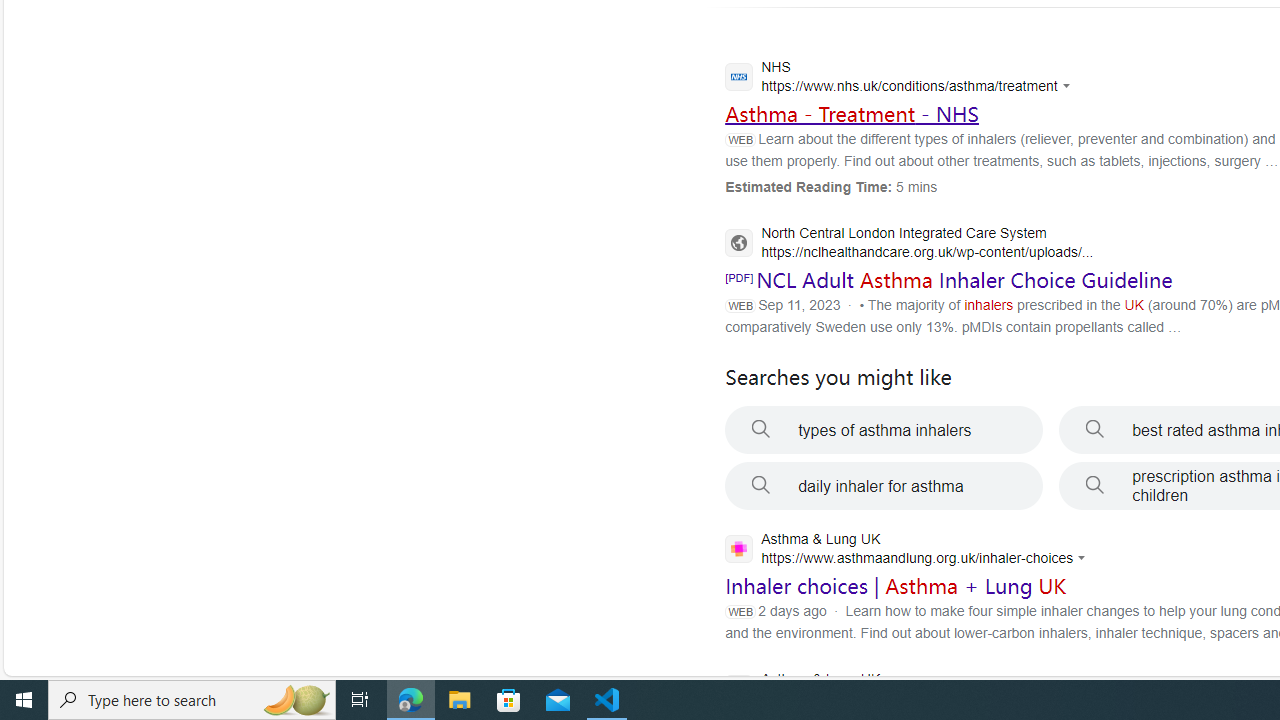  Describe the element at coordinates (851, 113) in the screenshot. I see `'Asthma - Treatment - NHS'` at that location.